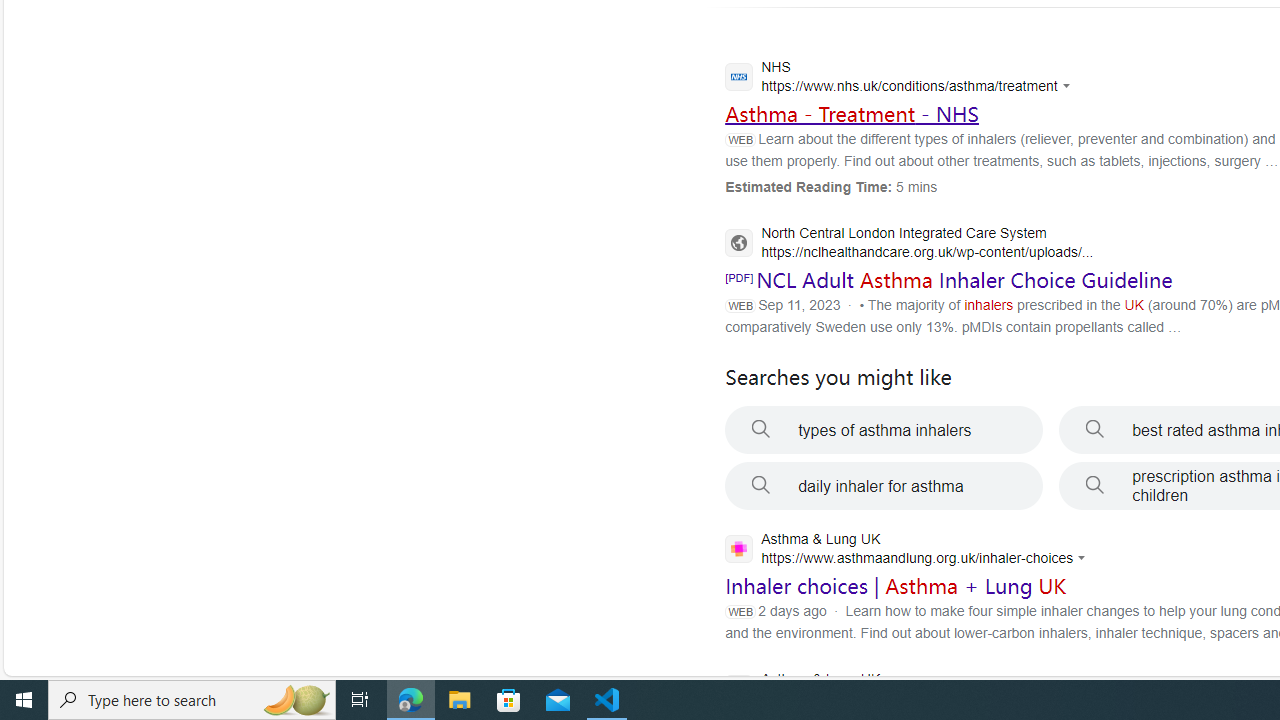  Describe the element at coordinates (851, 113) in the screenshot. I see `'Asthma - Treatment - NHS'` at that location.